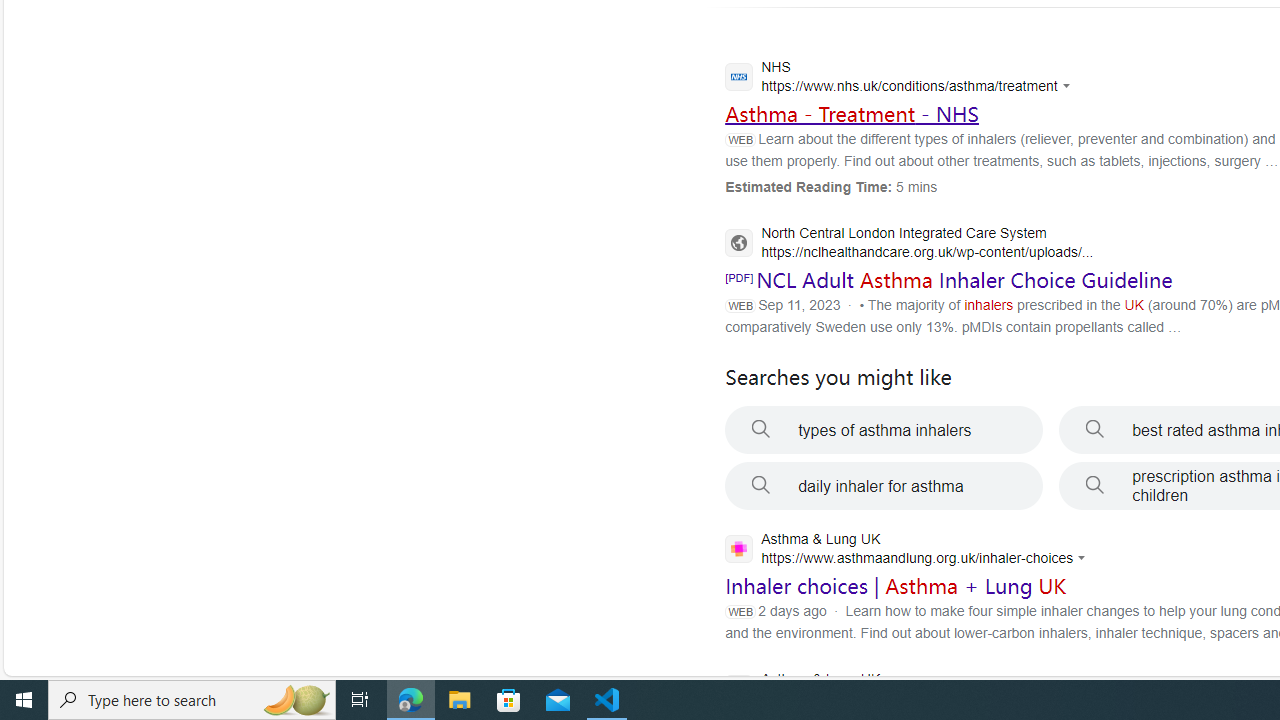  Describe the element at coordinates (851, 113) in the screenshot. I see `'Asthma - Treatment - NHS'` at that location.